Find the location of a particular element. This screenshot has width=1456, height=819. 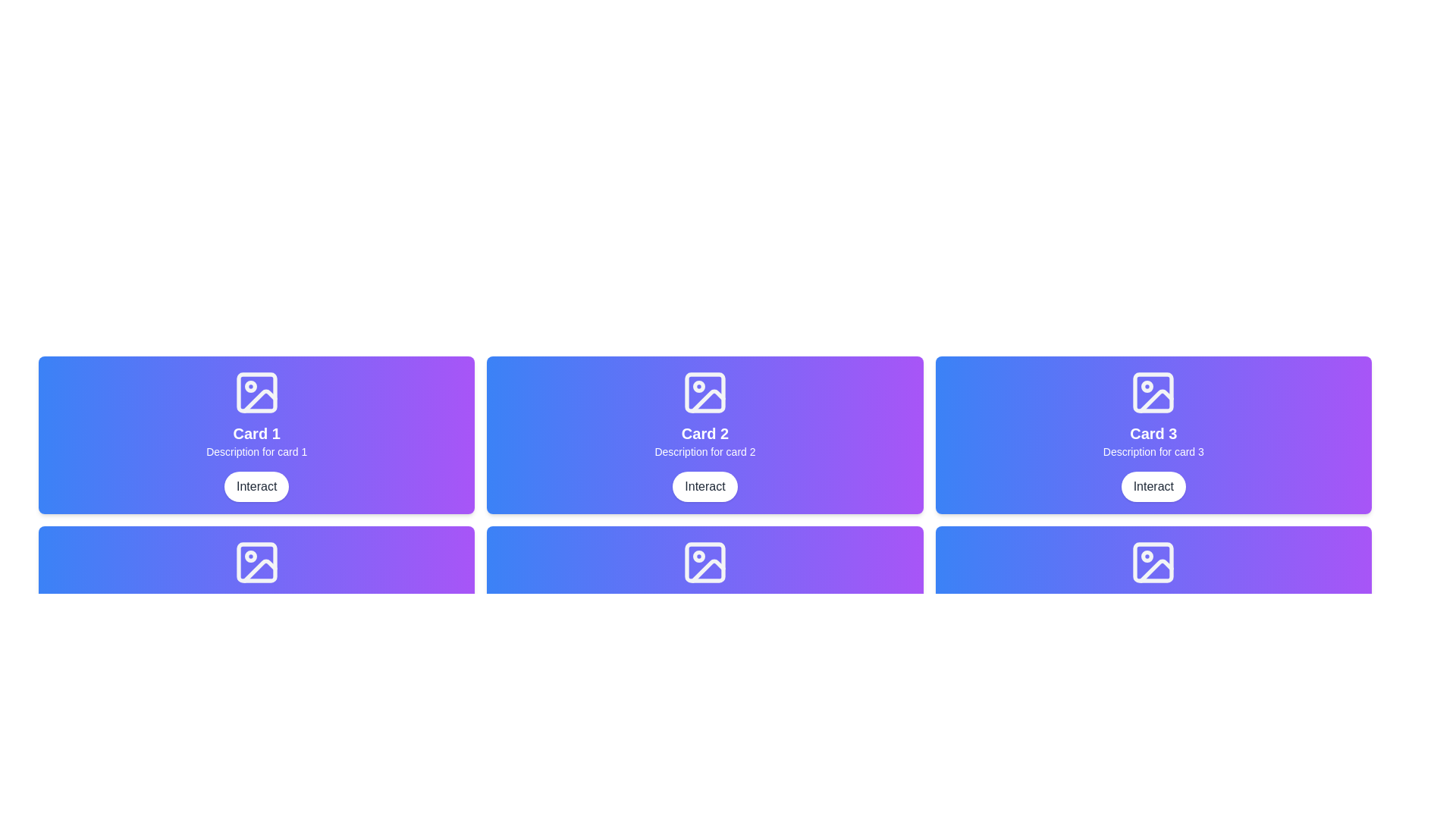

the text label that says 'Description for card 2', which is styled with a smaller font size and is positioned within the second card below the header 'Card 2' is located at coordinates (704, 451).